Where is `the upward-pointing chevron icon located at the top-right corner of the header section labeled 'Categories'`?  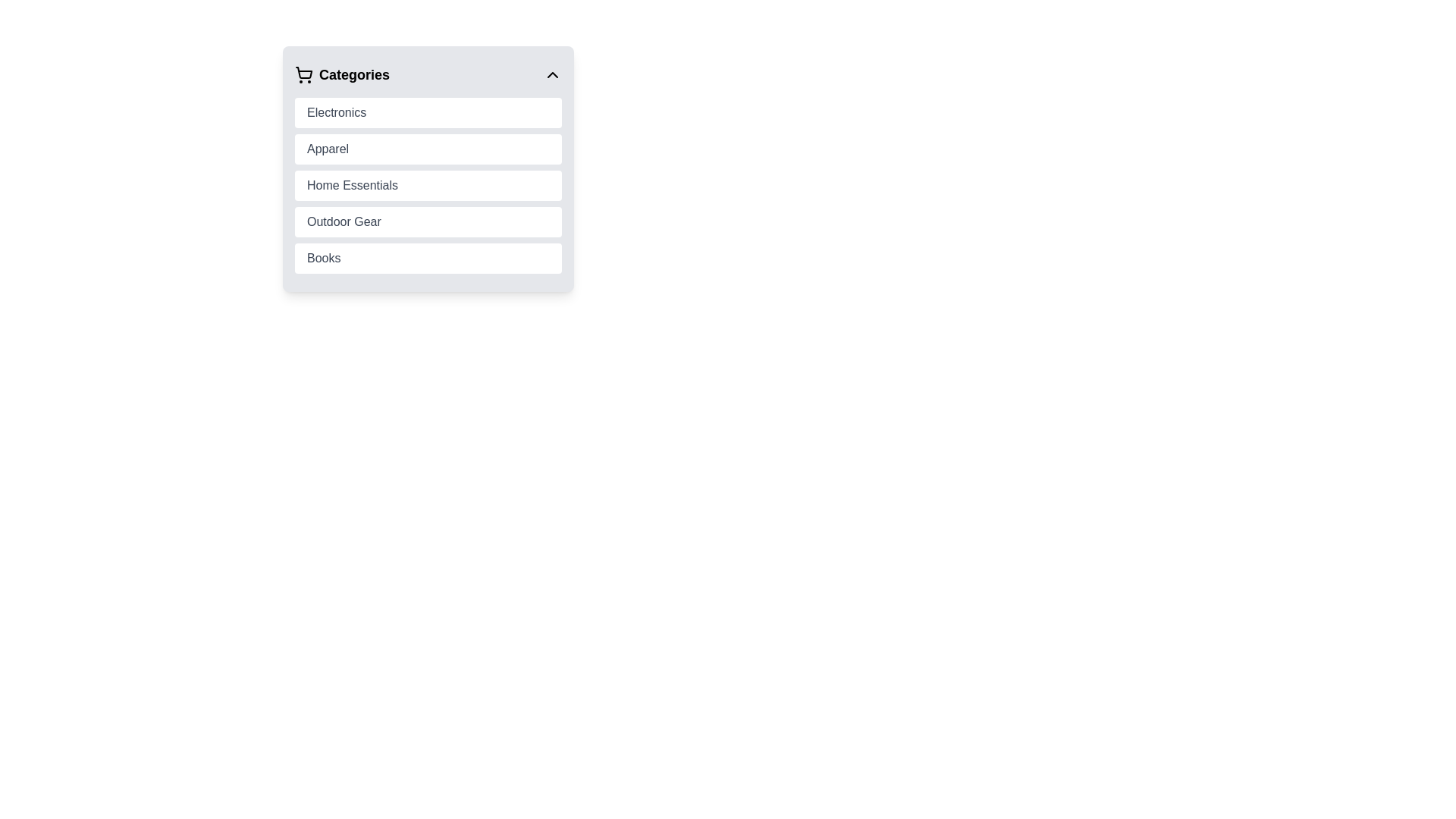 the upward-pointing chevron icon located at the top-right corner of the header section labeled 'Categories' is located at coordinates (552, 75).